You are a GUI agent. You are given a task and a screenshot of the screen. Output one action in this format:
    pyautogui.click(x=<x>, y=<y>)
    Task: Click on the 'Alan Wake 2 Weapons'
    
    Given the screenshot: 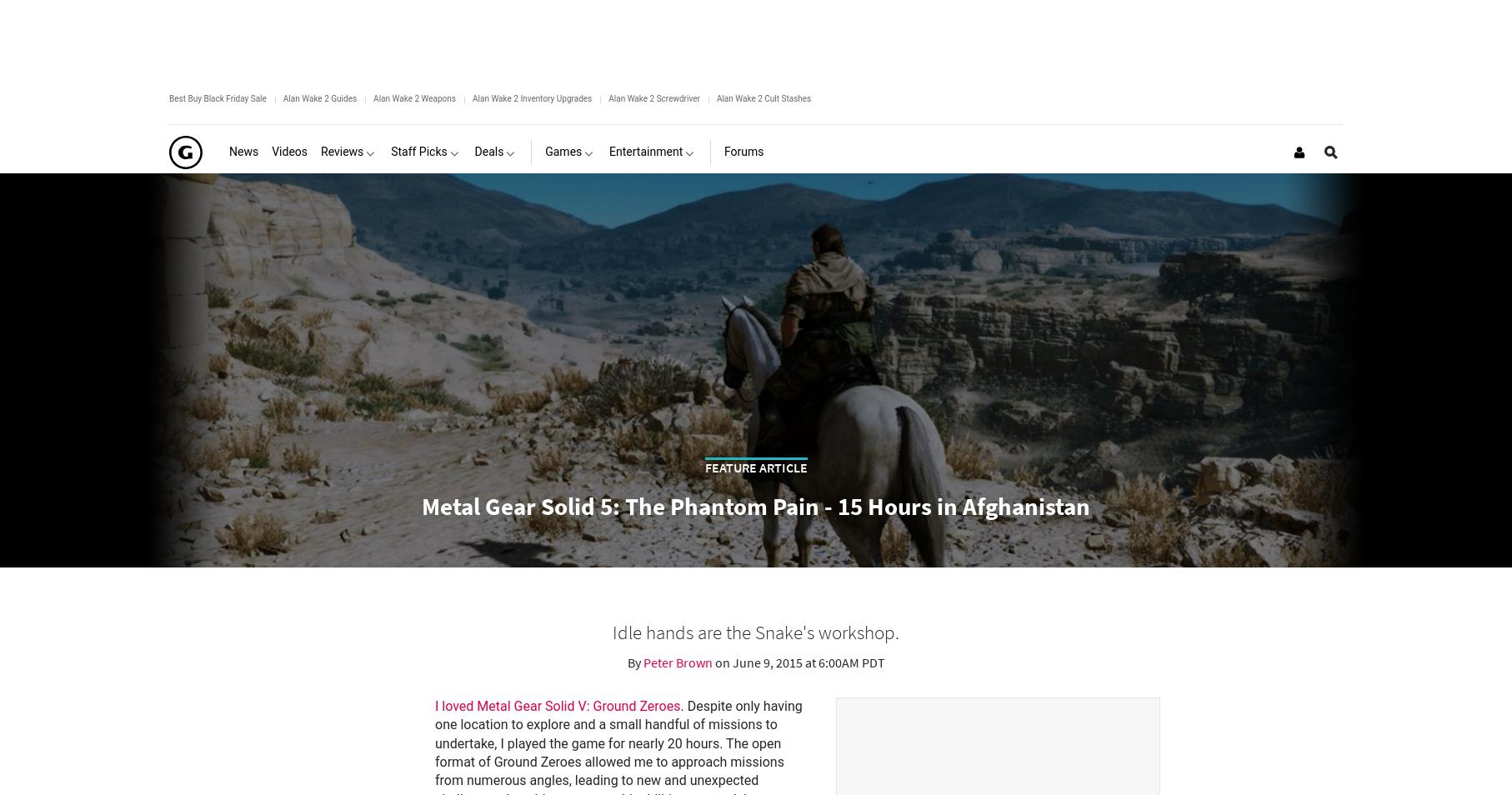 What is the action you would take?
    pyautogui.click(x=373, y=97)
    